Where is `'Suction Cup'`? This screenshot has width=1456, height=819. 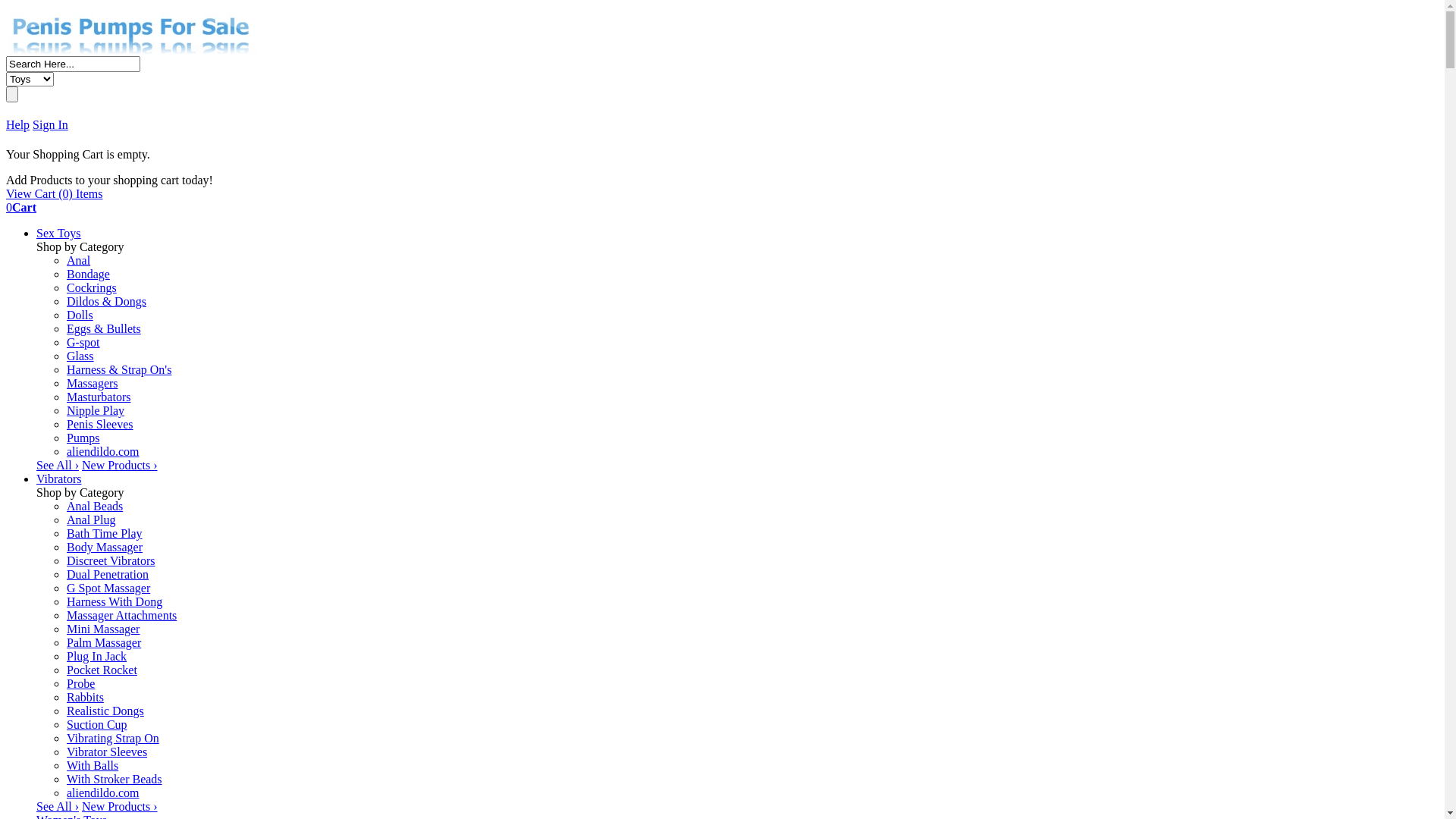 'Suction Cup' is located at coordinates (96, 723).